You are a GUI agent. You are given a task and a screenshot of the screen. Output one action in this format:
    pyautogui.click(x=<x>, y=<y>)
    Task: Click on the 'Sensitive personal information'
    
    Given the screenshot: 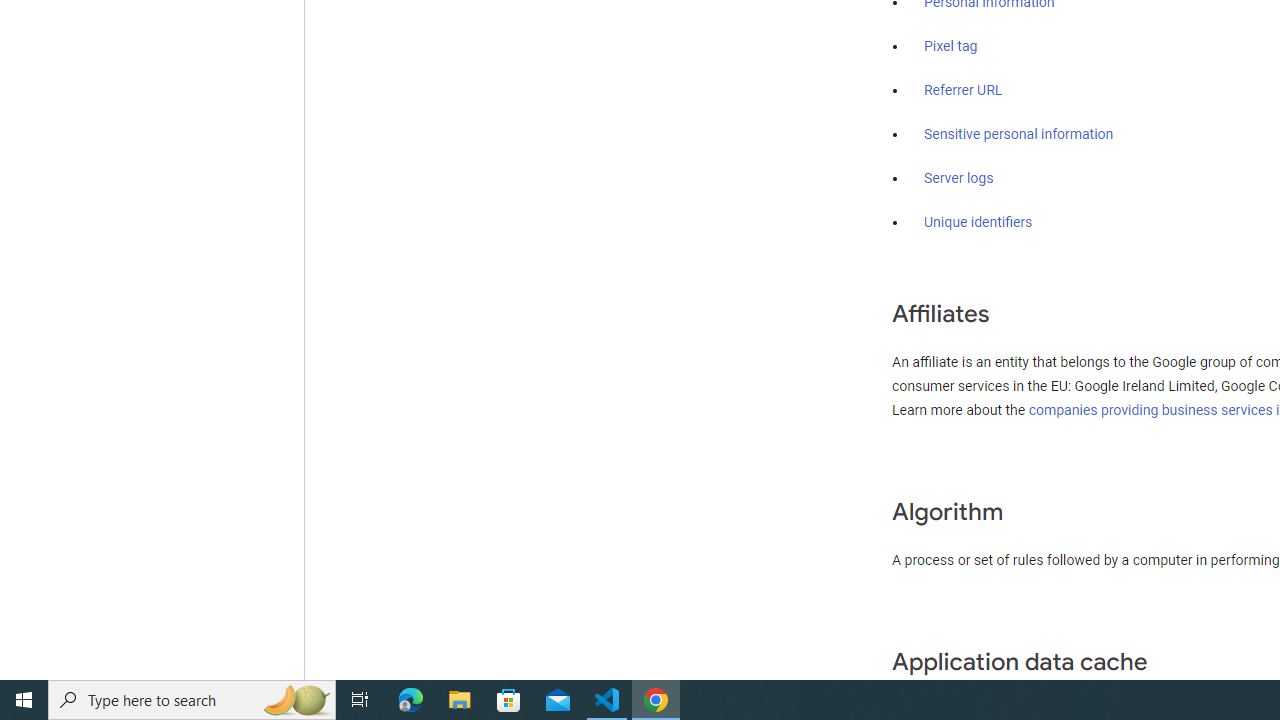 What is the action you would take?
    pyautogui.click(x=1018, y=135)
    